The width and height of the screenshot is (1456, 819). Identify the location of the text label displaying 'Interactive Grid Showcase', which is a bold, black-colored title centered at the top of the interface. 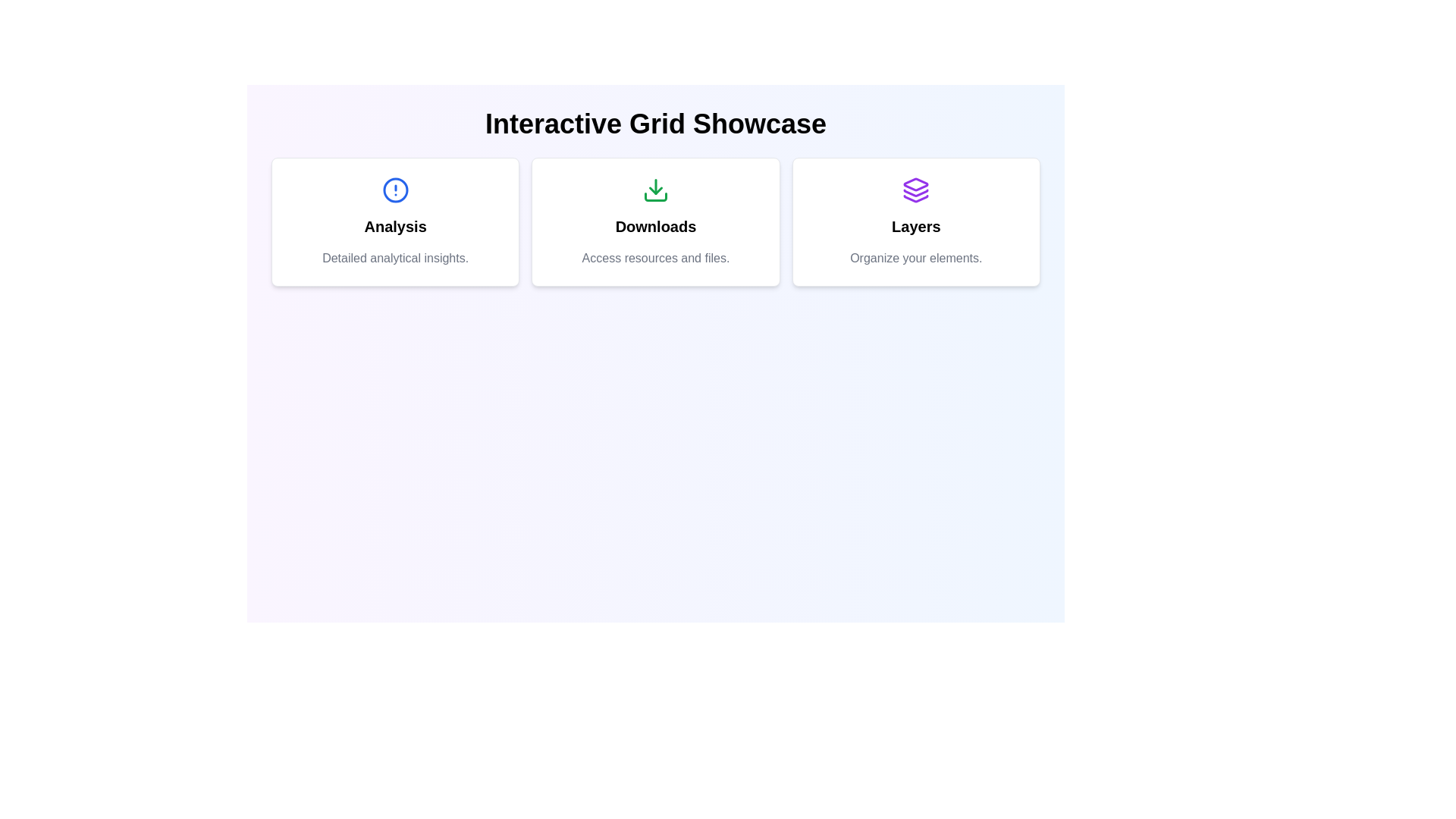
(655, 124).